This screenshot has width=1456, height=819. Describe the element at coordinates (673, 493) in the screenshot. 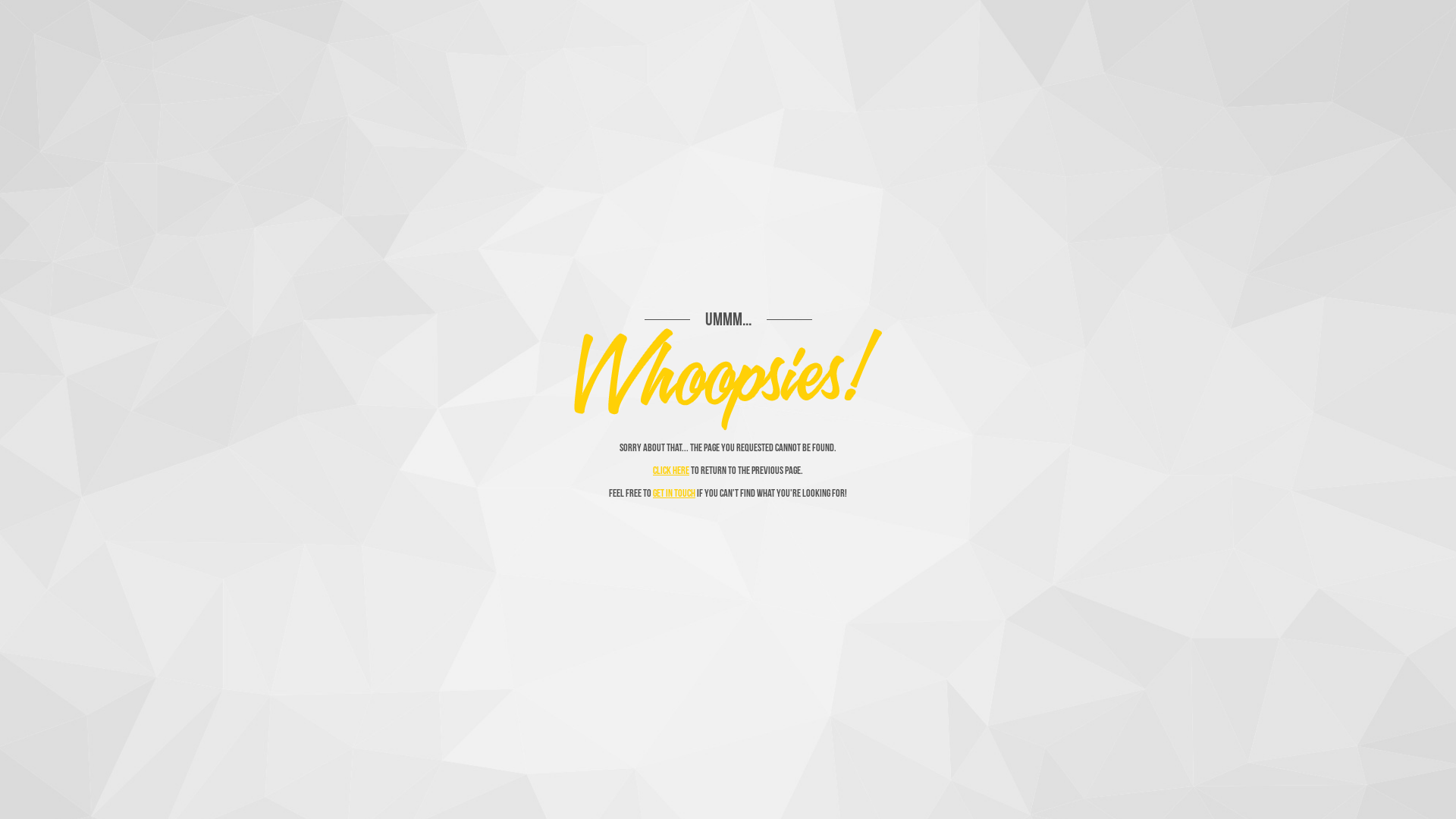

I see `'get in touch'` at that location.